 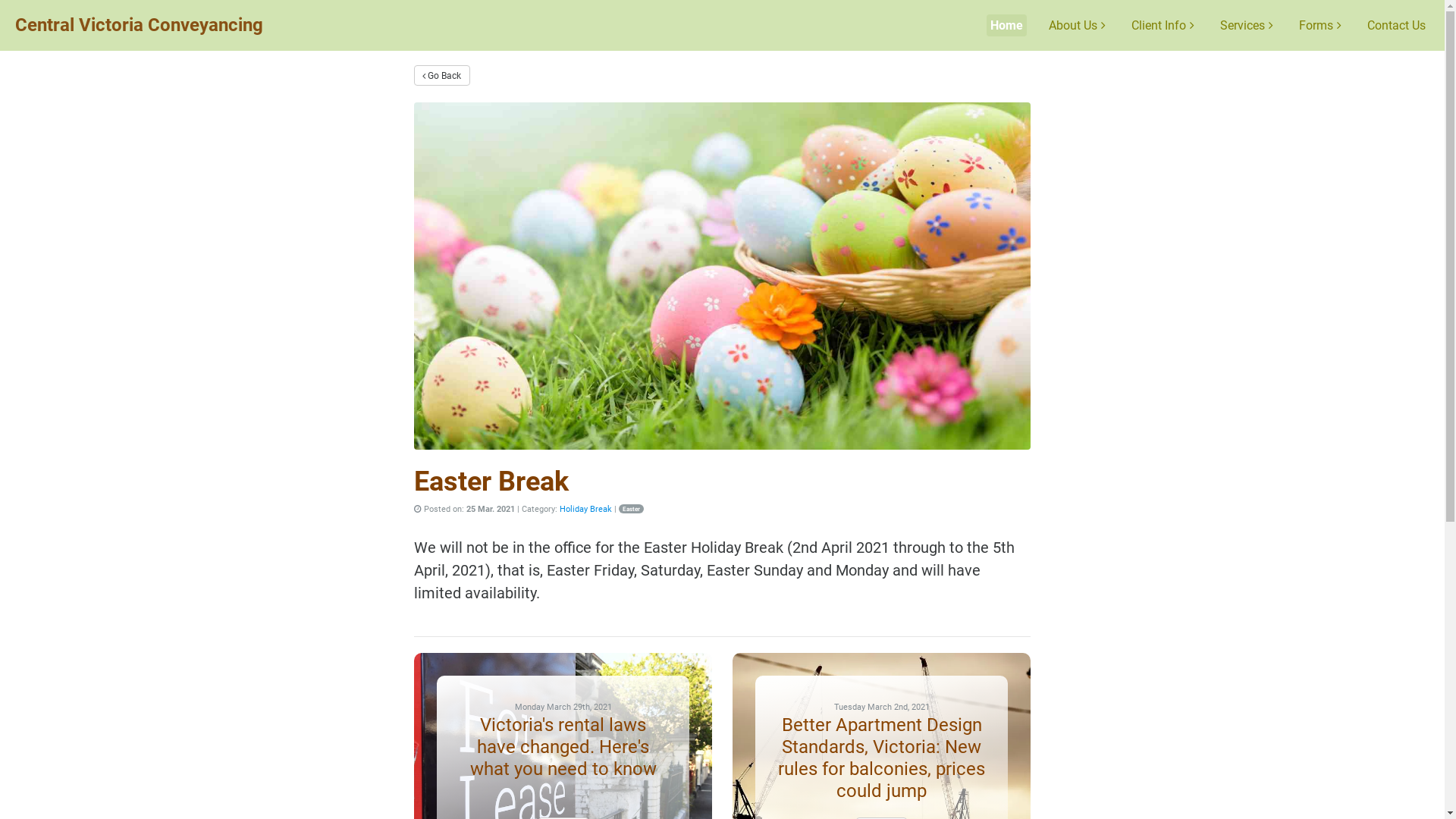 What do you see at coordinates (1246, 25) in the screenshot?
I see `'Services'` at bounding box center [1246, 25].